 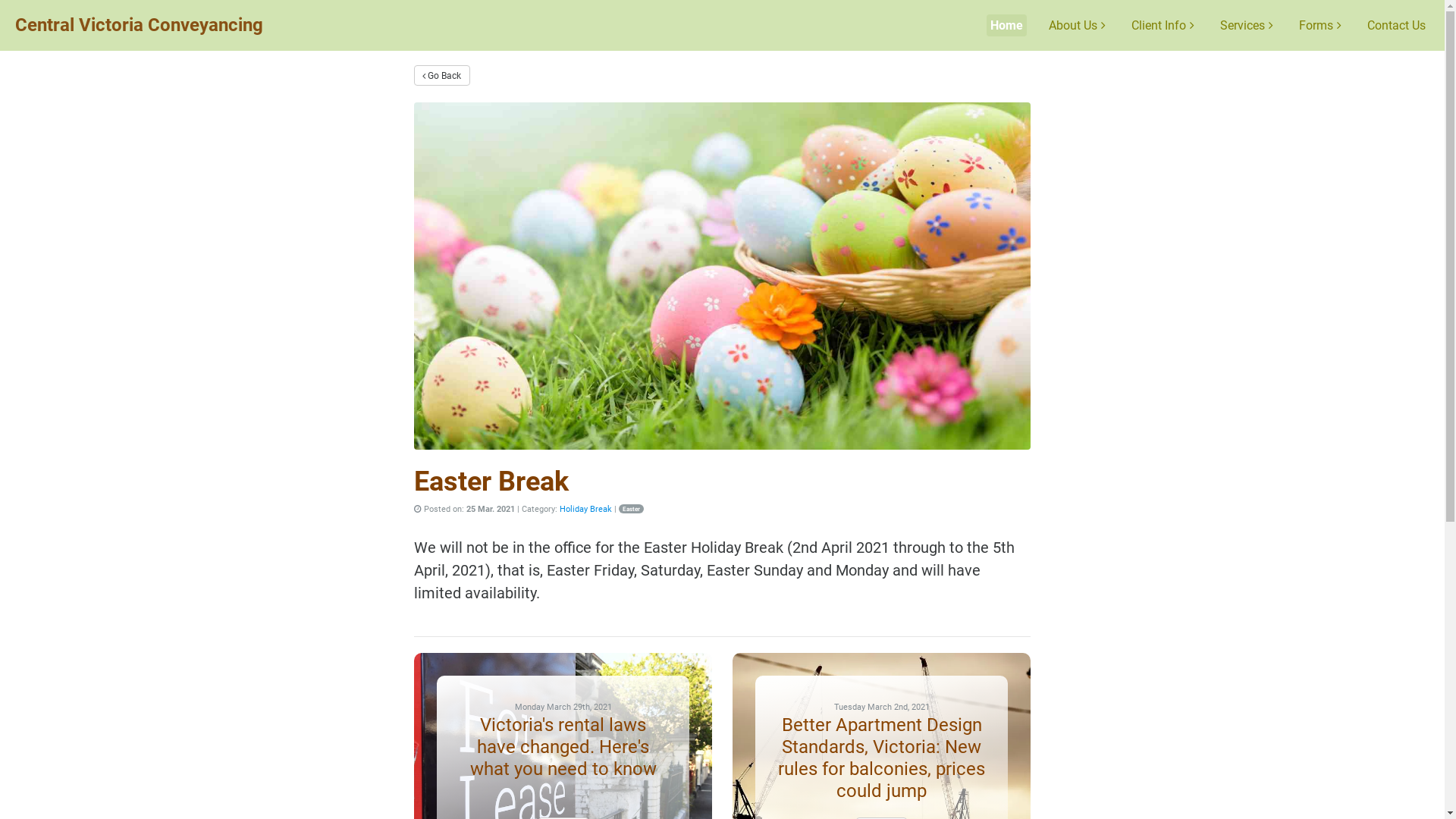 What do you see at coordinates (1246, 25) in the screenshot?
I see `'Services'` at bounding box center [1246, 25].